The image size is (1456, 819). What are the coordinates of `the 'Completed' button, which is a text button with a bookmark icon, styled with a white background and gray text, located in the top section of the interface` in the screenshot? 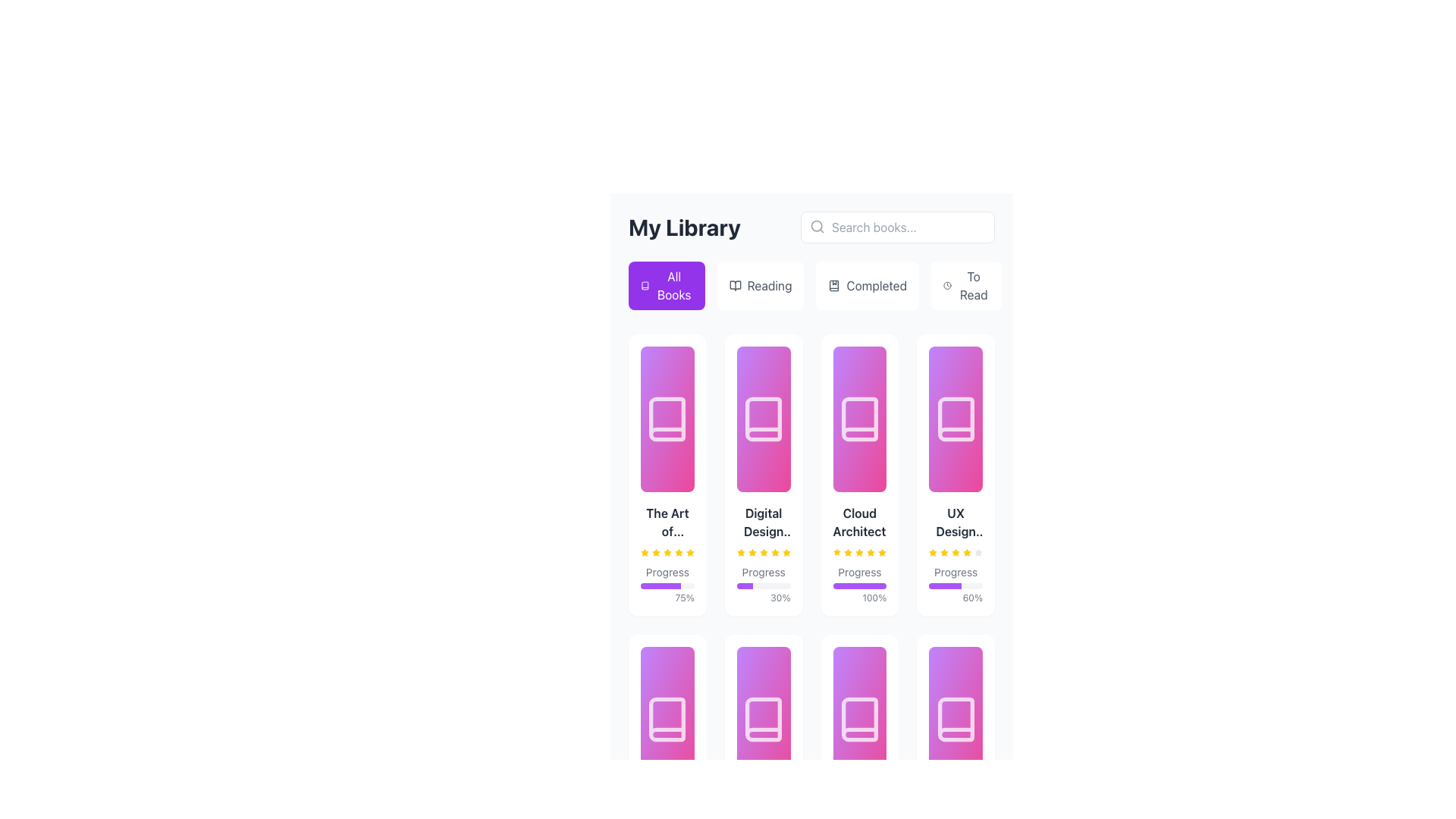 It's located at (868, 286).